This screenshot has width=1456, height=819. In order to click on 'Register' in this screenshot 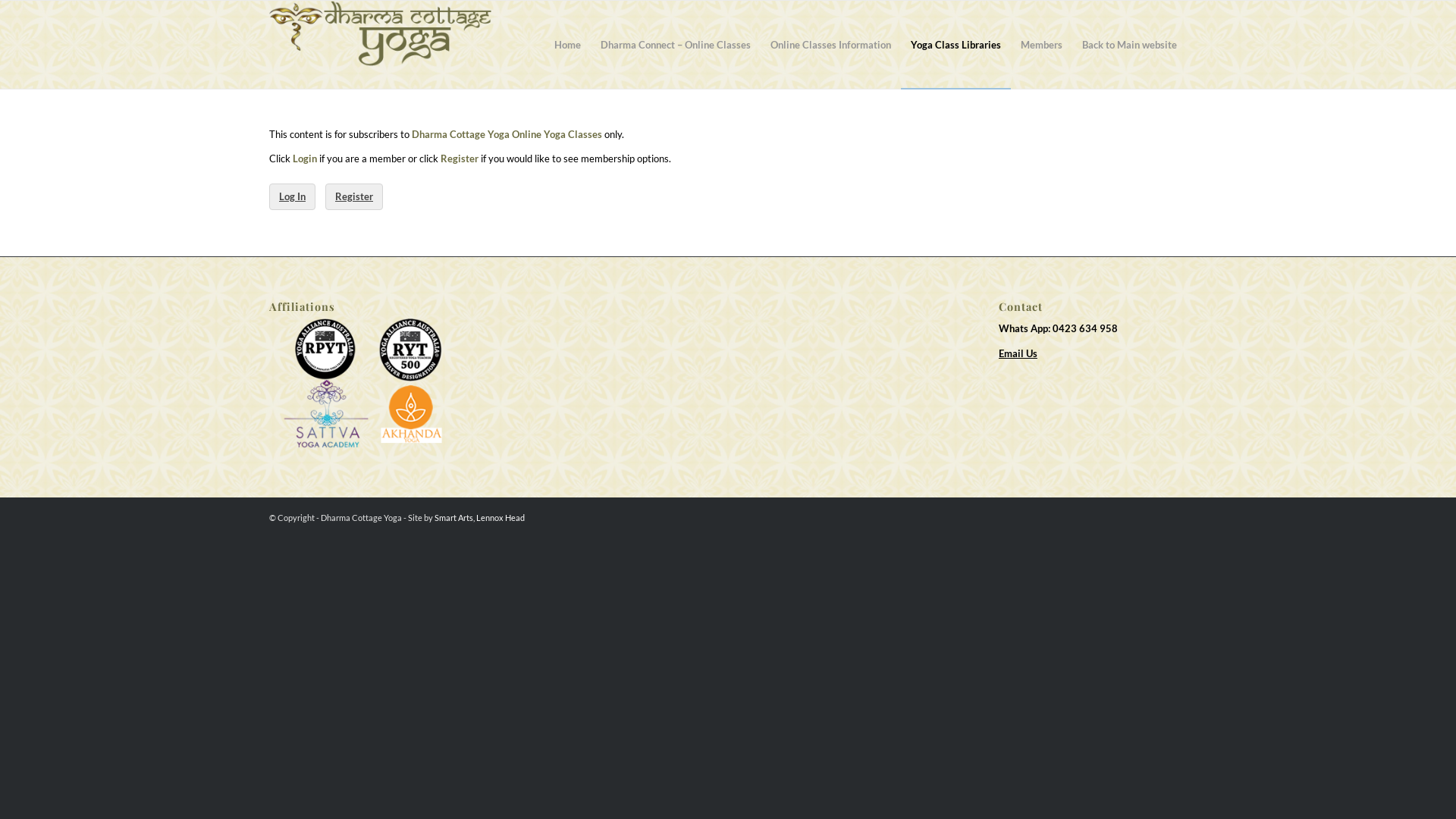, I will do `click(353, 196)`.